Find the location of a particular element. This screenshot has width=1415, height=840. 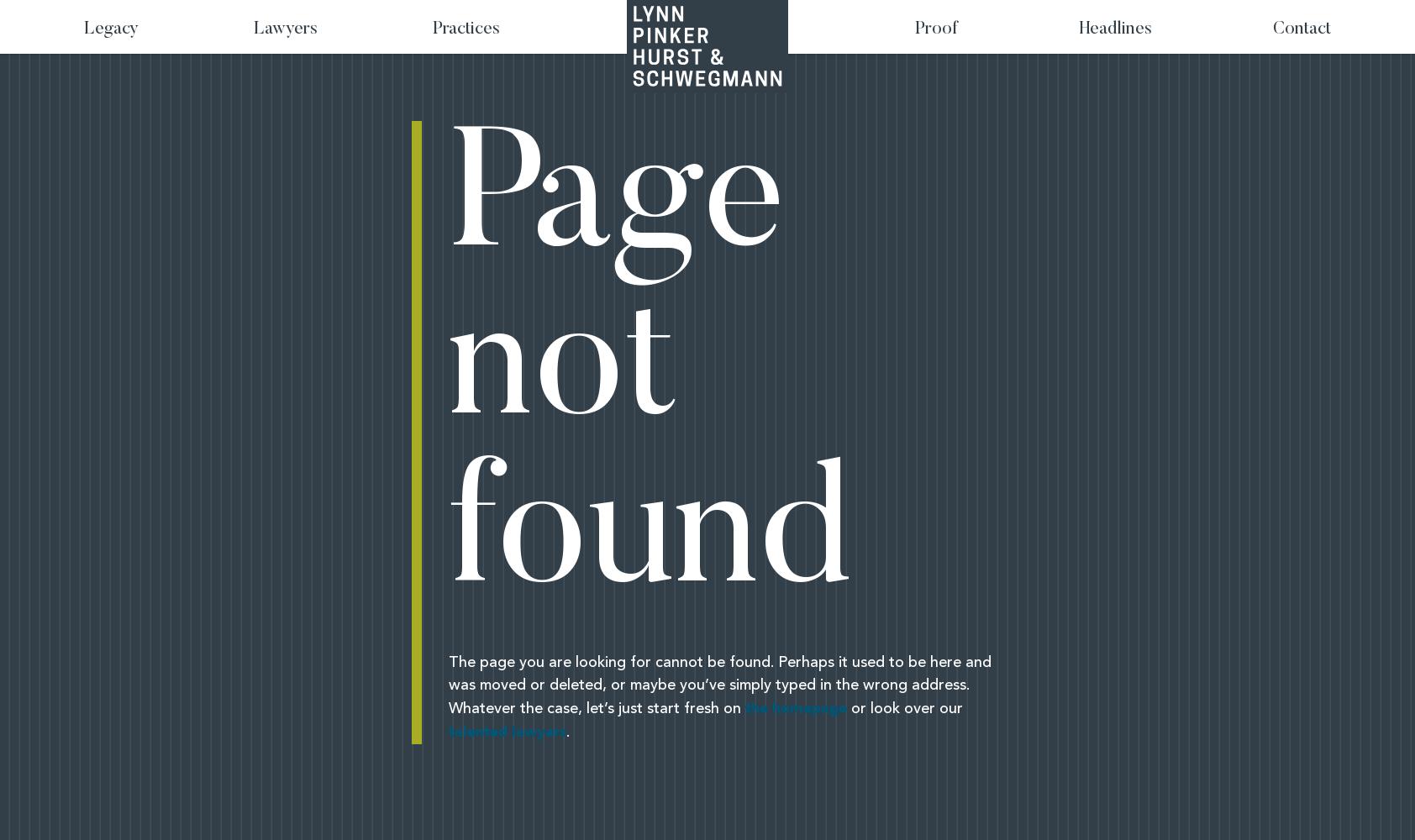

'.' is located at coordinates (567, 732).